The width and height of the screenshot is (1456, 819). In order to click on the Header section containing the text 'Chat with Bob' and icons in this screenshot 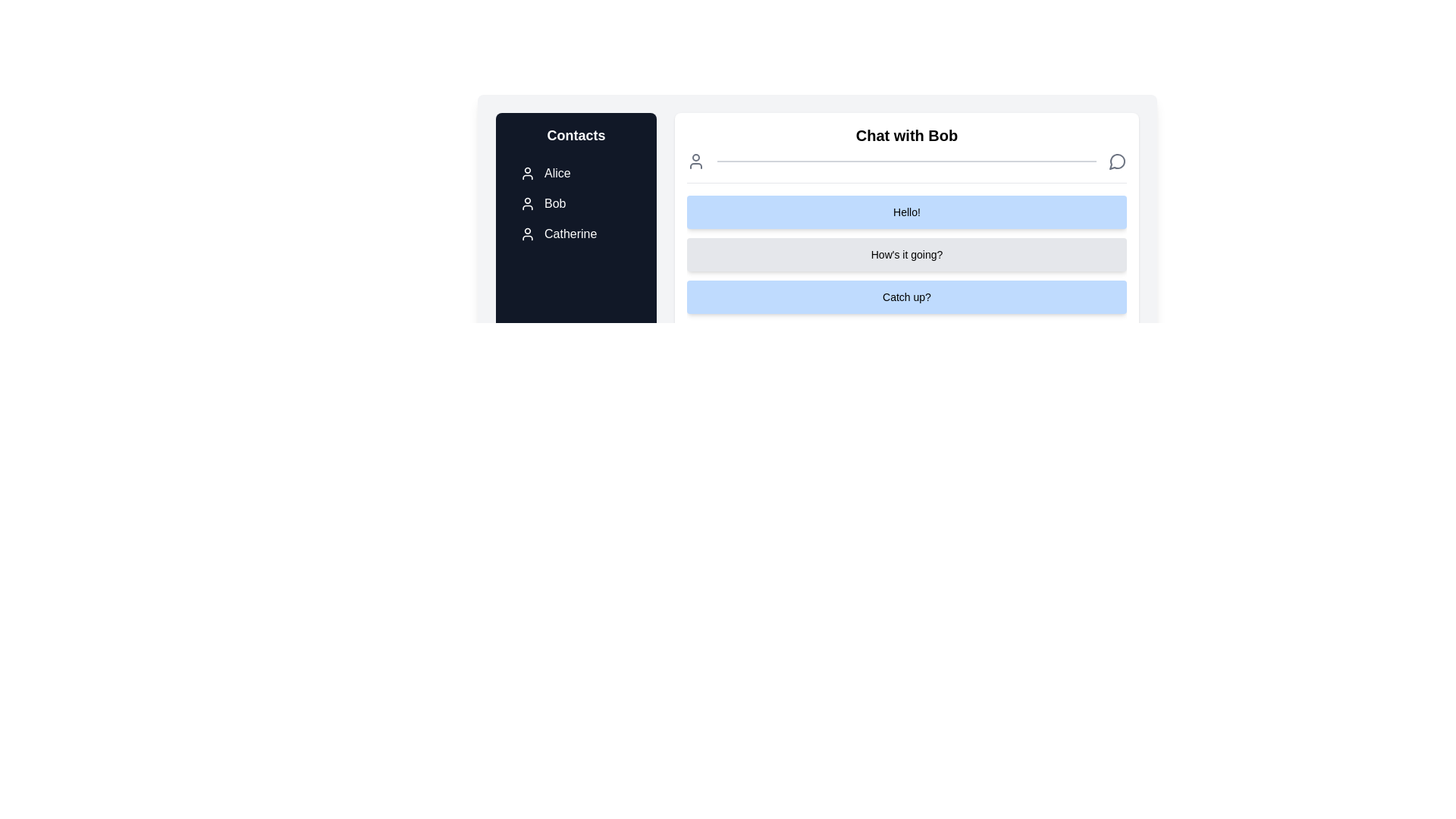, I will do `click(906, 154)`.